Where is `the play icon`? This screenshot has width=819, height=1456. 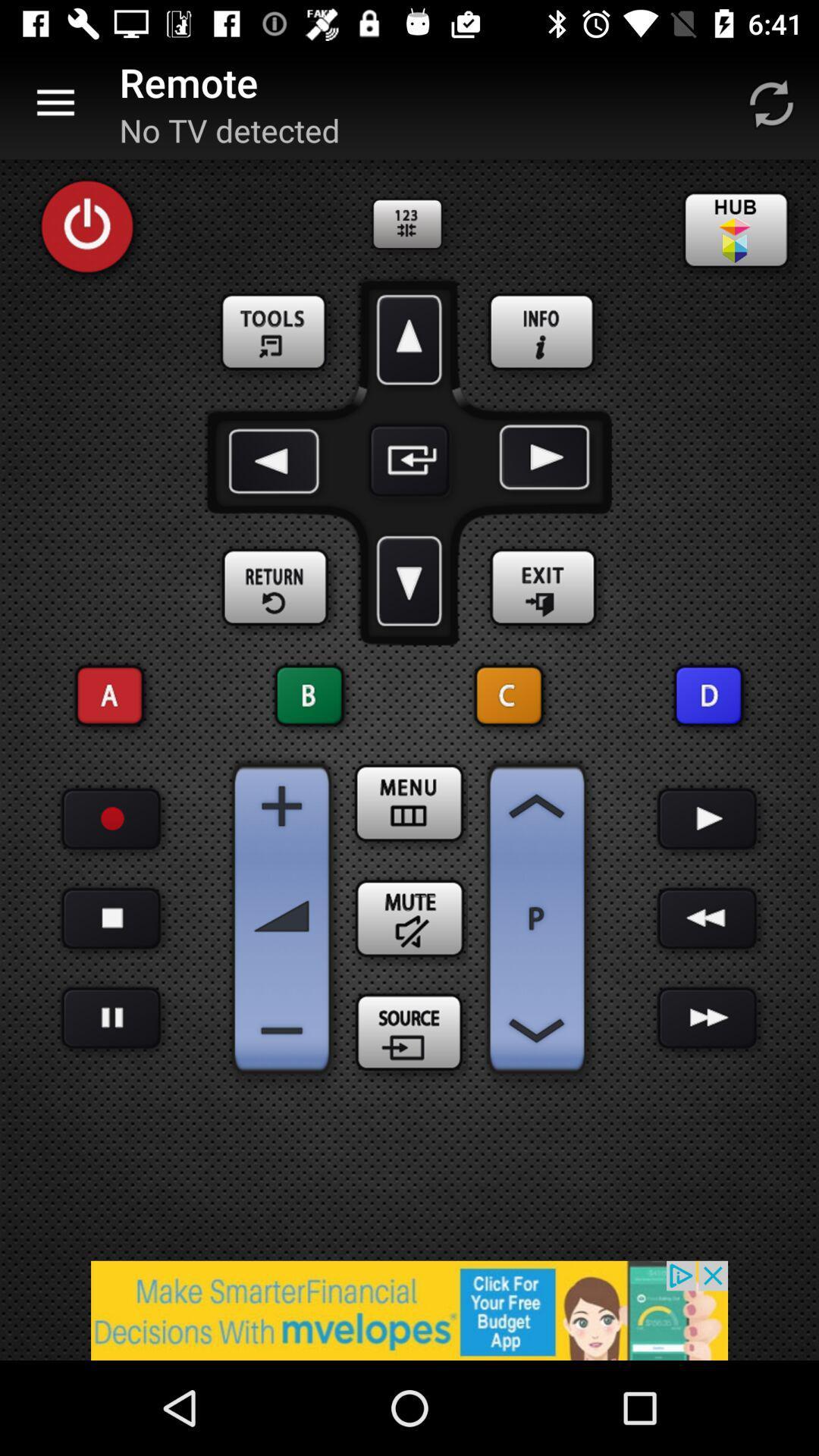 the play icon is located at coordinates (541, 460).